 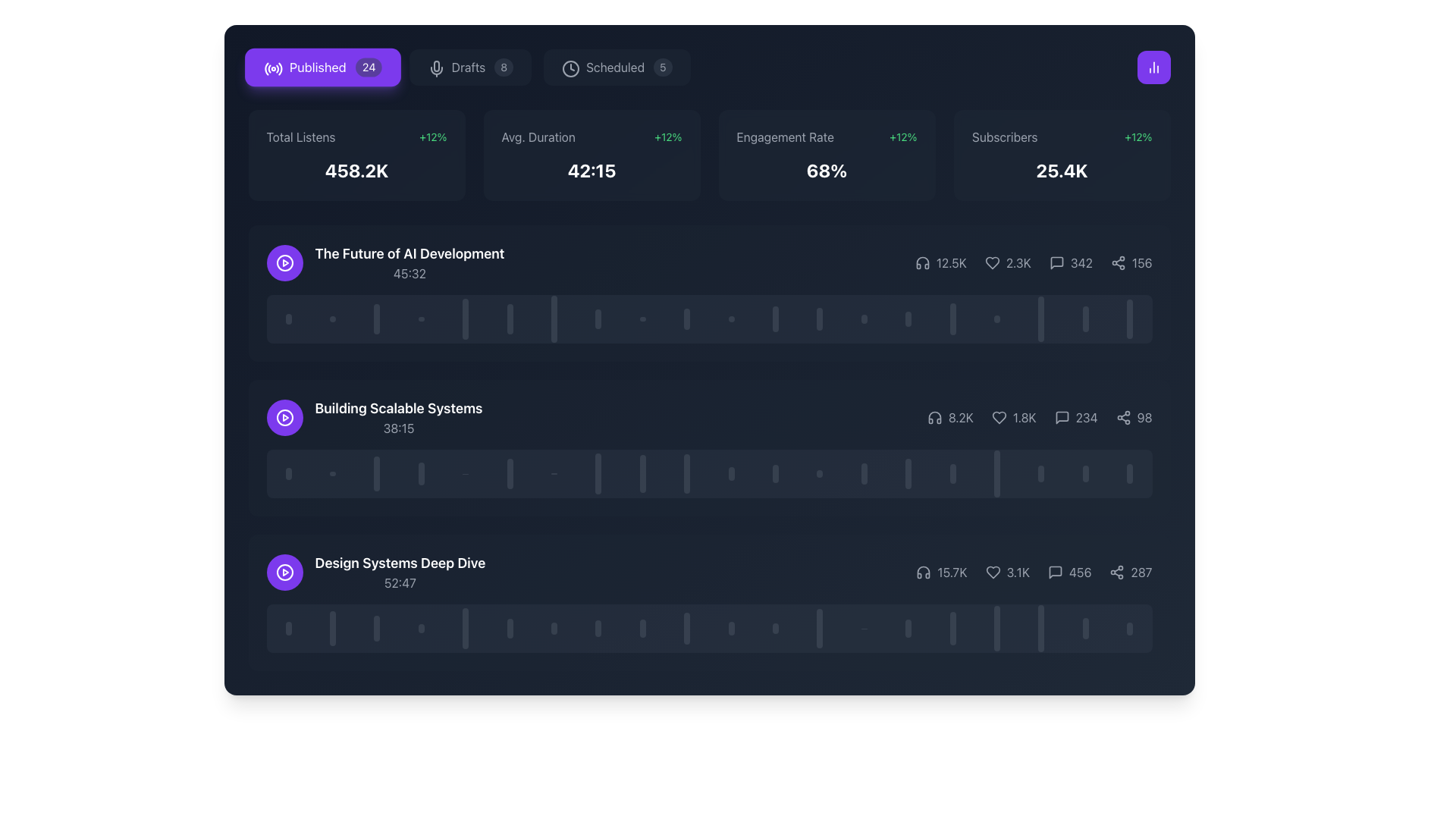 What do you see at coordinates (510, 472) in the screenshot?
I see `the sixth vertical progress bar segment which is gray and semi-transparent, located in the middle row of the interface` at bounding box center [510, 472].